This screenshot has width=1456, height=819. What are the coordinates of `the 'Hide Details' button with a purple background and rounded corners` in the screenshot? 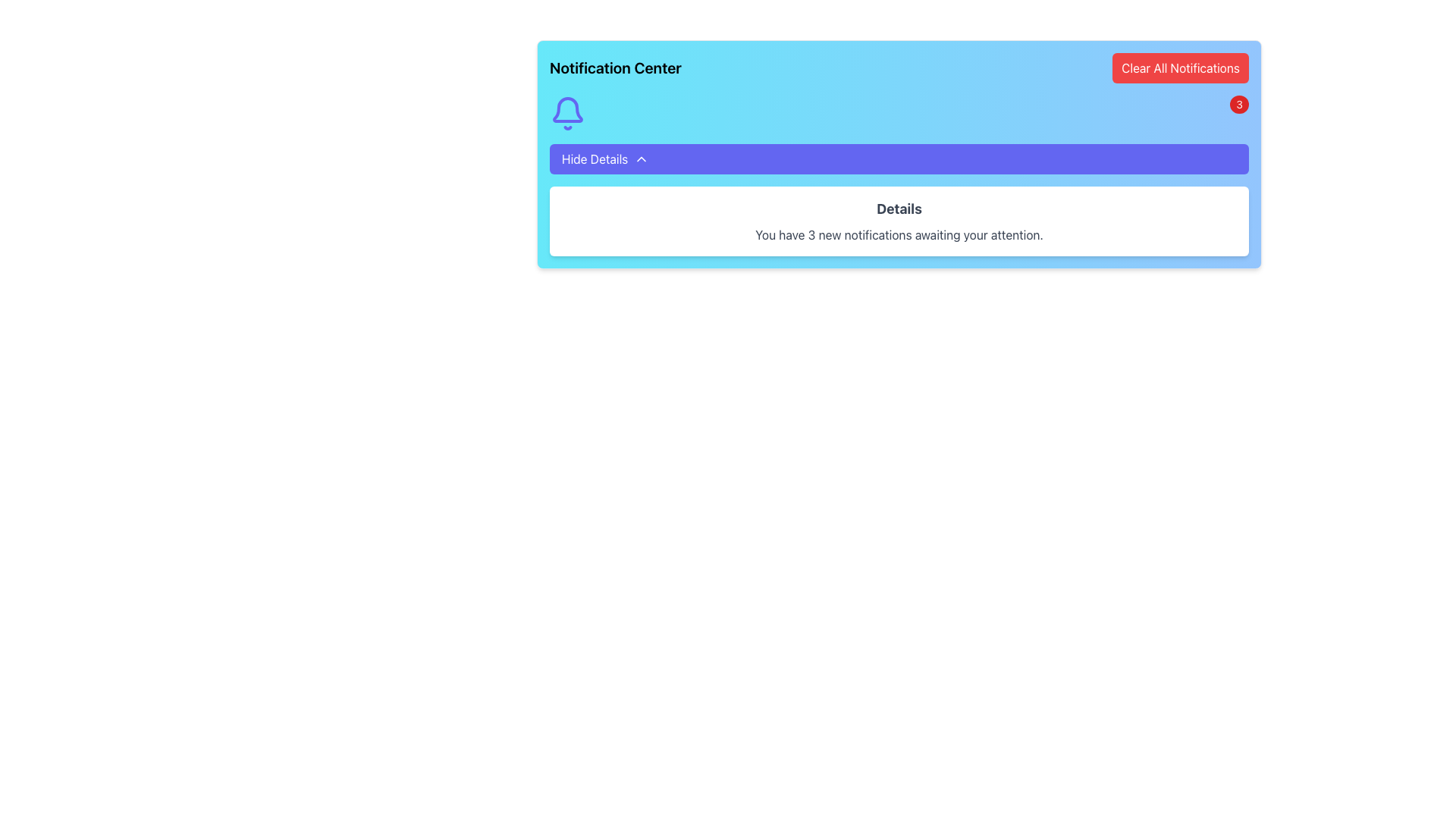 It's located at (899, 158).